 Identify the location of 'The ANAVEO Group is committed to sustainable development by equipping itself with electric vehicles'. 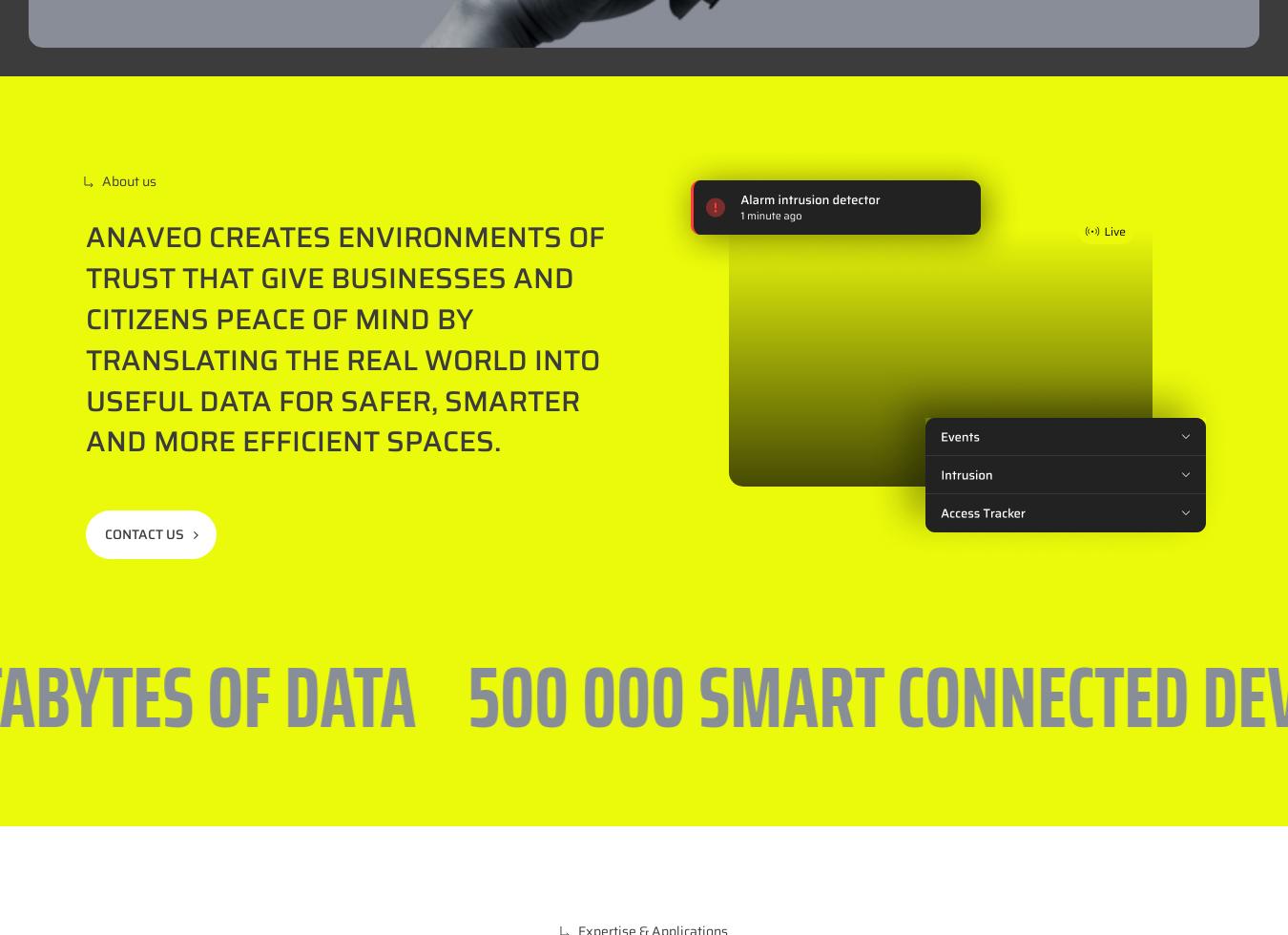
(590, 145).